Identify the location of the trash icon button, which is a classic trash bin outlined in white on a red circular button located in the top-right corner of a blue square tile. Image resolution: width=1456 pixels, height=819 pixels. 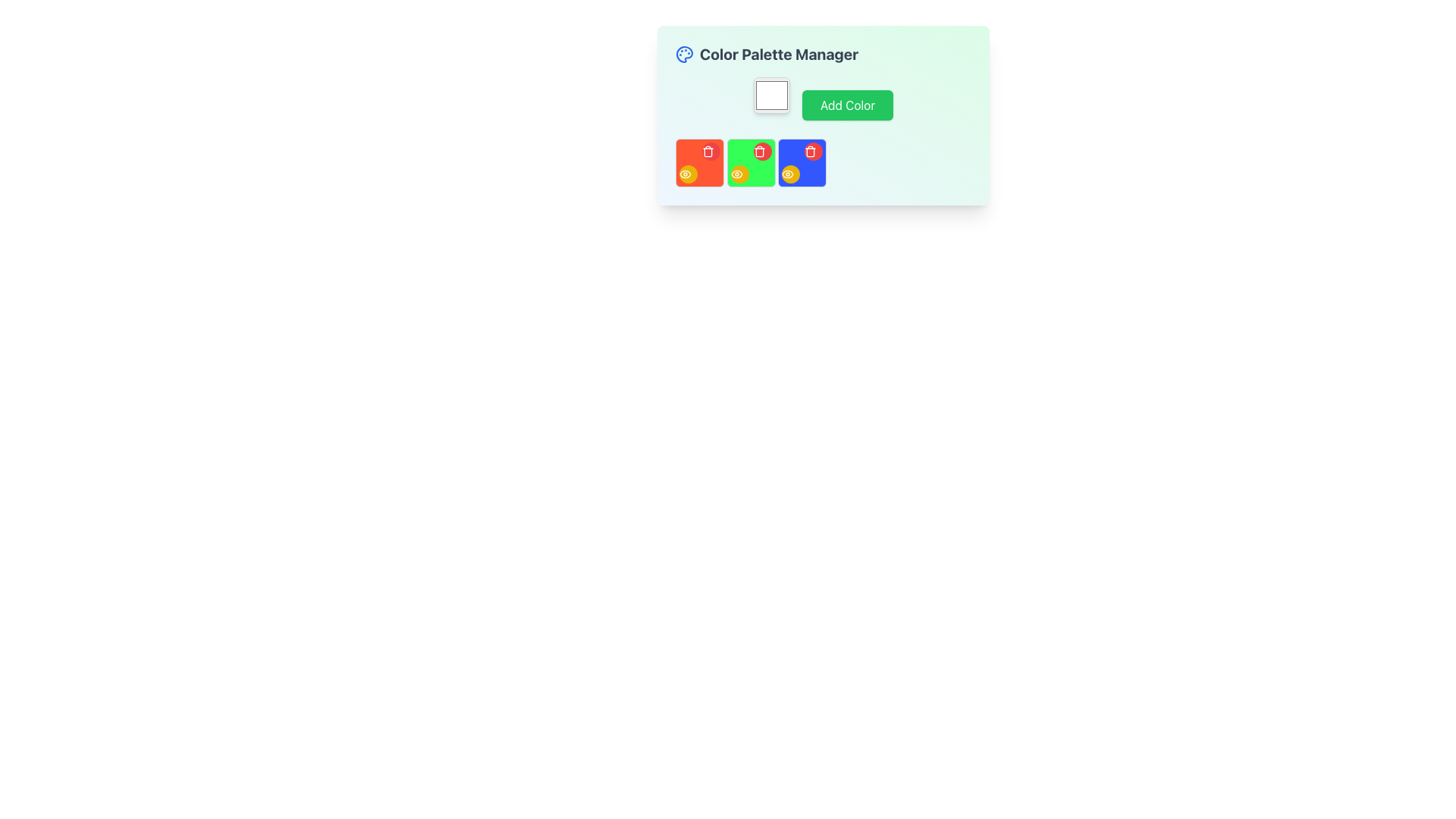
(810, 152).